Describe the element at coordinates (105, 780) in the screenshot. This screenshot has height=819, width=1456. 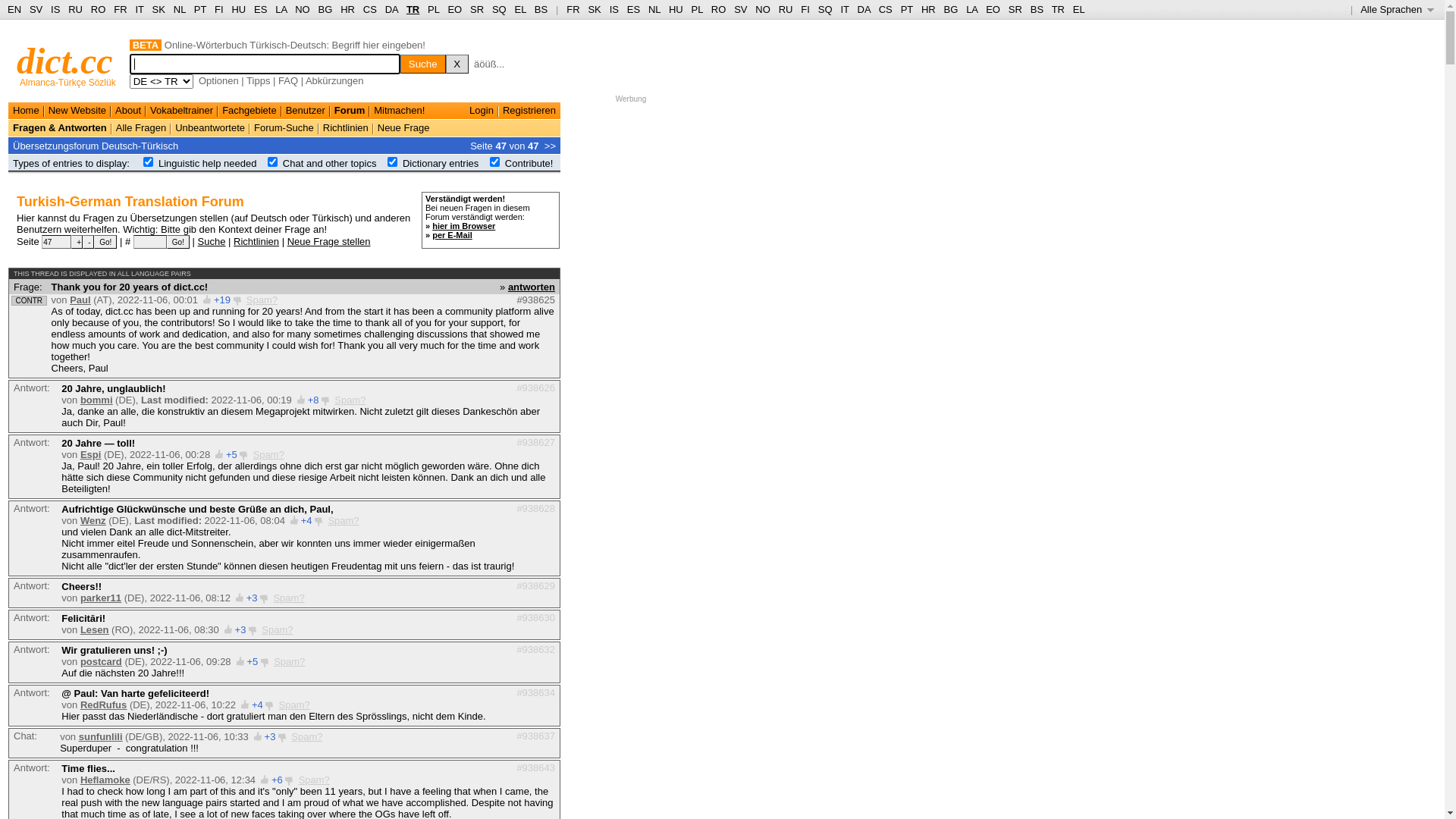
I see `'Heflamoke'` at that location.